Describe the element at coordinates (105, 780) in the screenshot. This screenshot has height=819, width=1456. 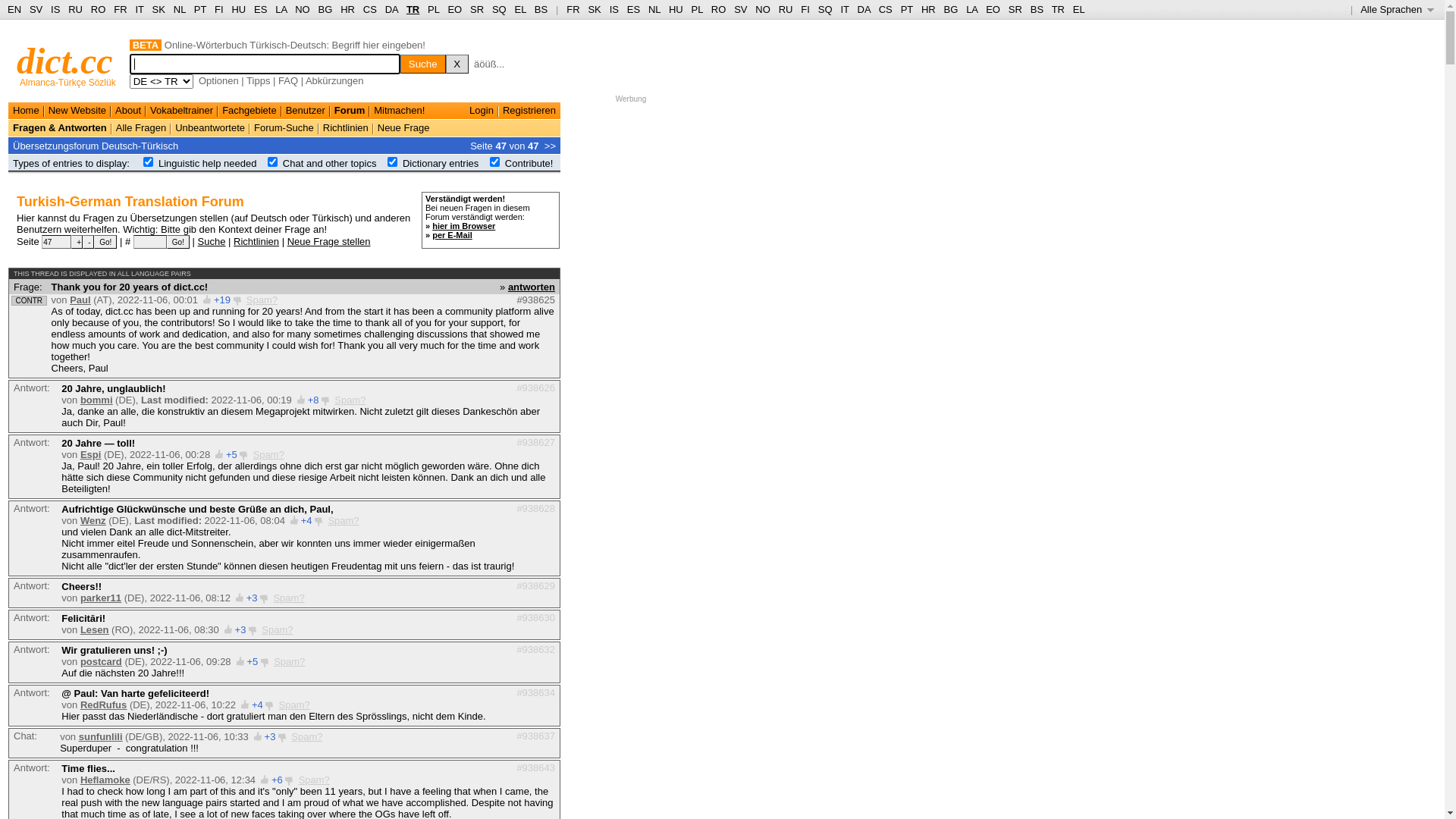
I see `'Heflamoke'` at that location.